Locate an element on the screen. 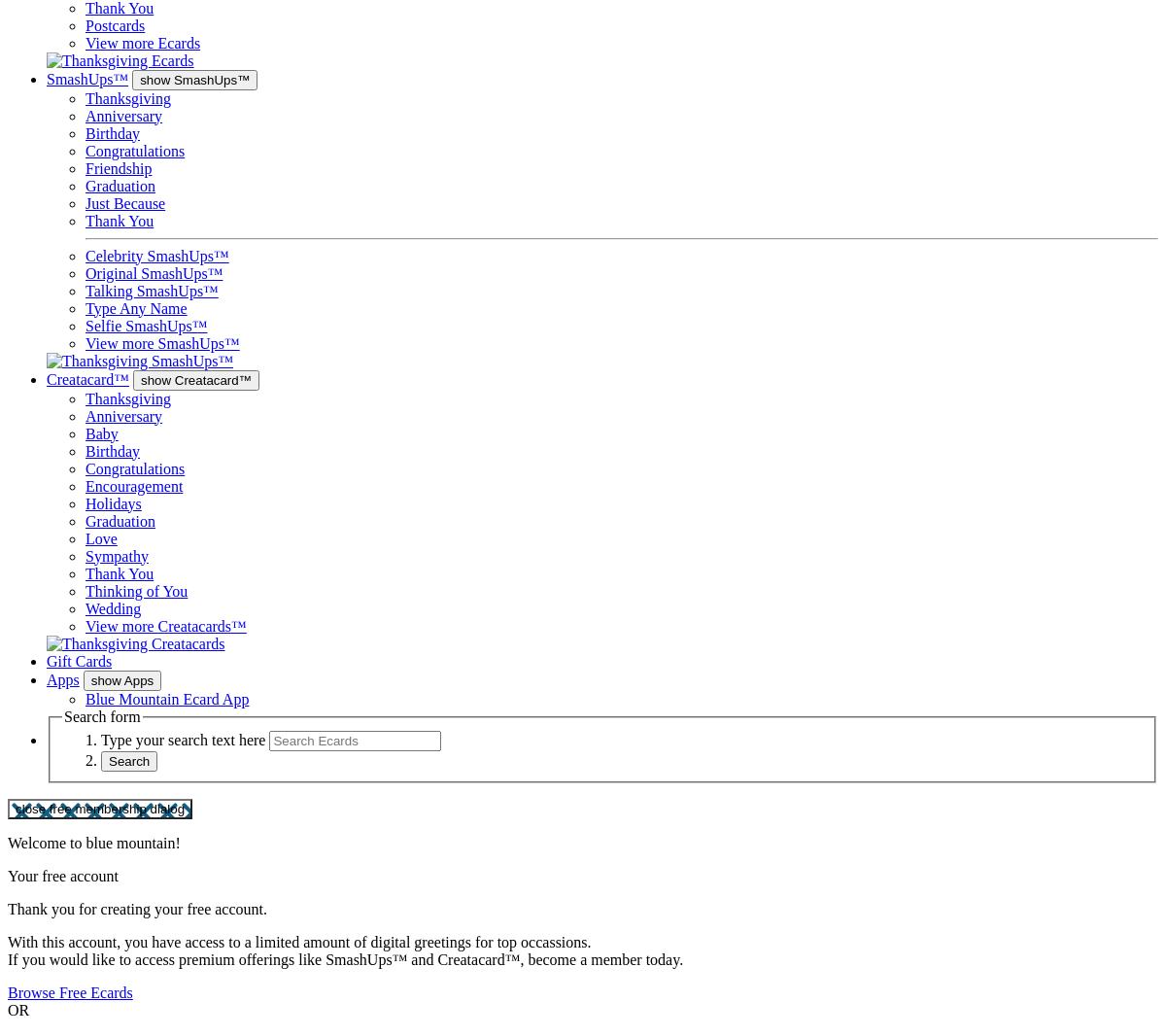  'Apps' is located at coordinates (62, 677).